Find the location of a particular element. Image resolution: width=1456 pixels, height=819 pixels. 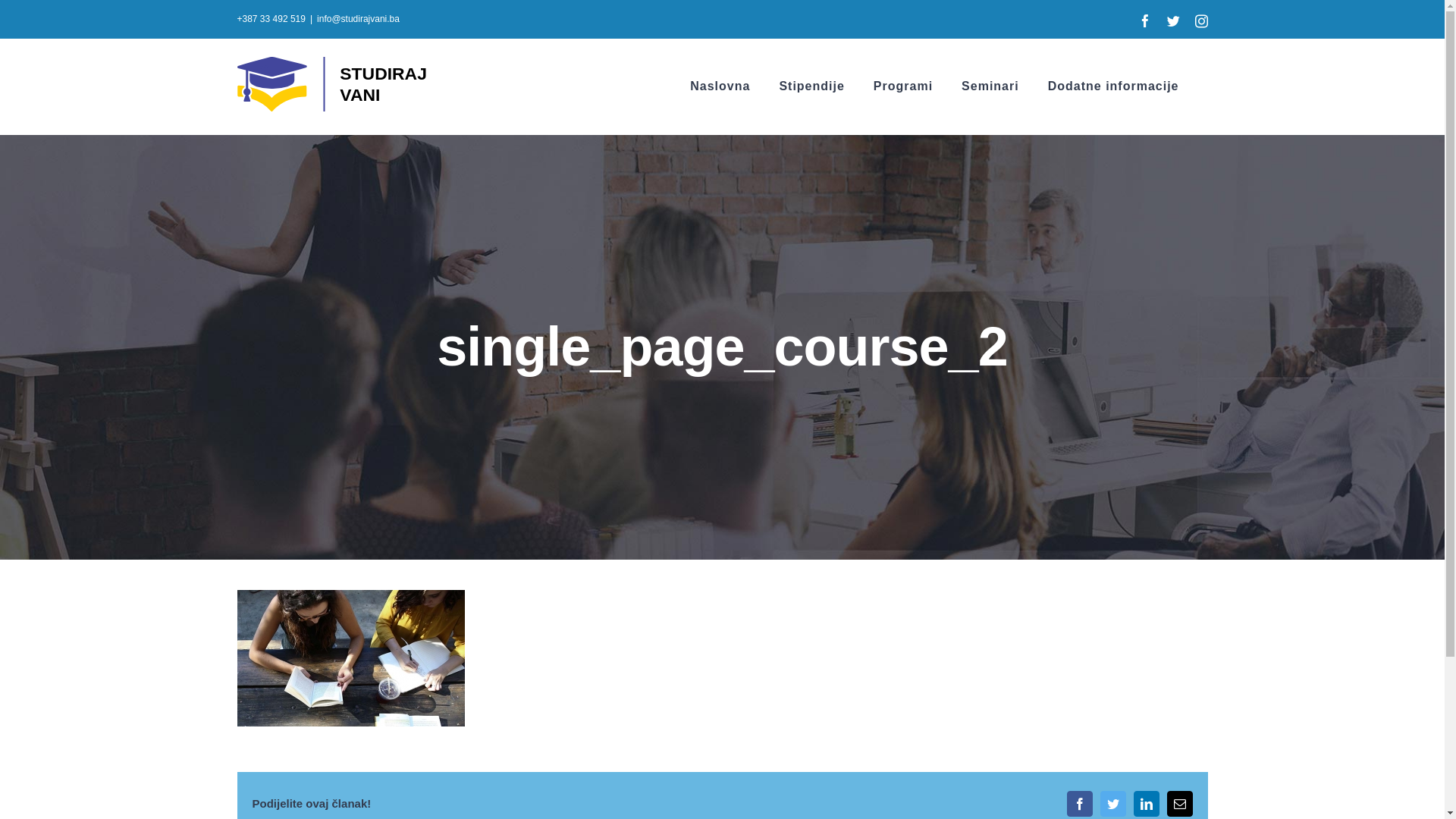

'Instagram' is located at coordinates (1200, 20).